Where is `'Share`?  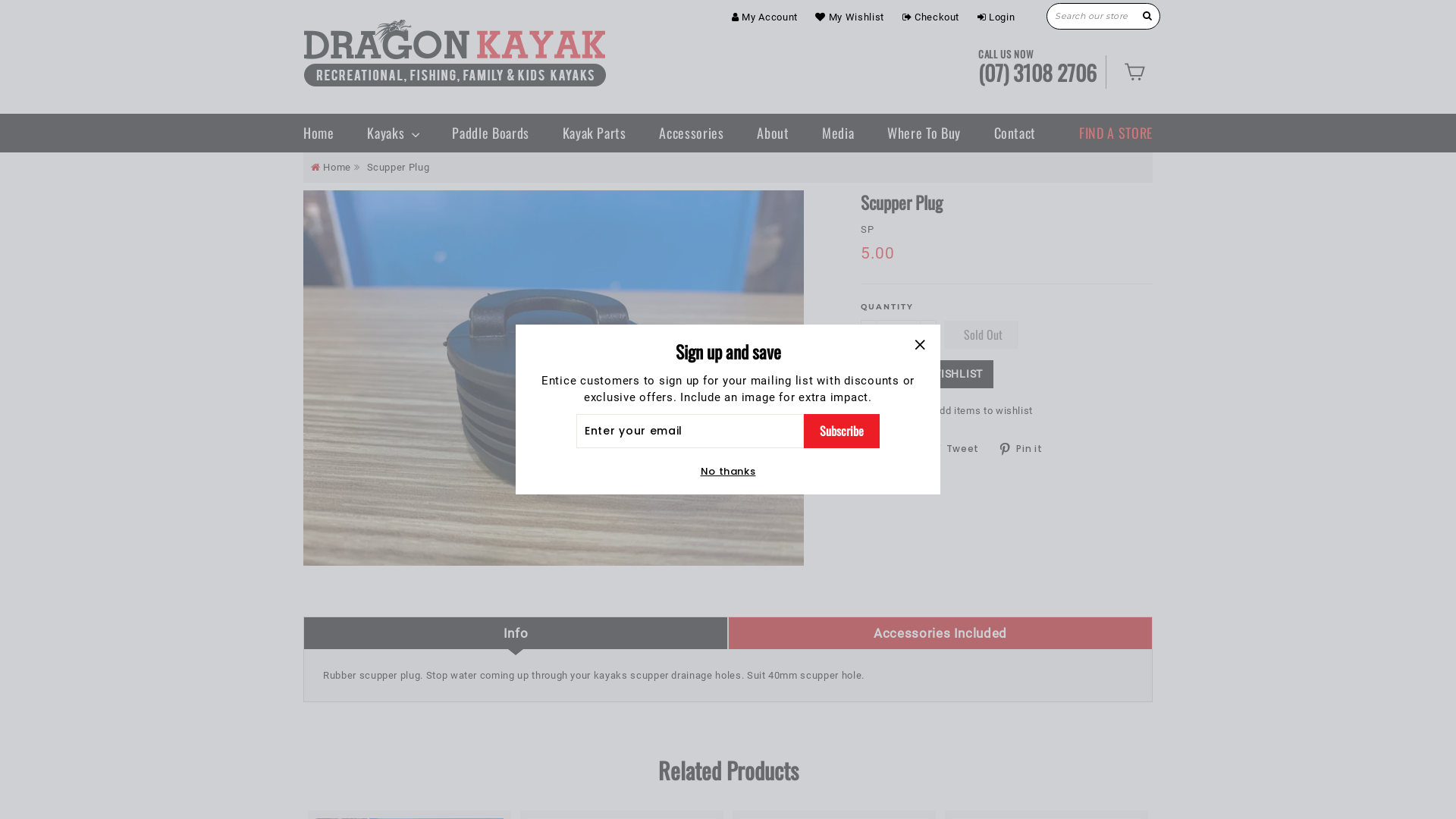
'Share is located at coordinates (890, 447).